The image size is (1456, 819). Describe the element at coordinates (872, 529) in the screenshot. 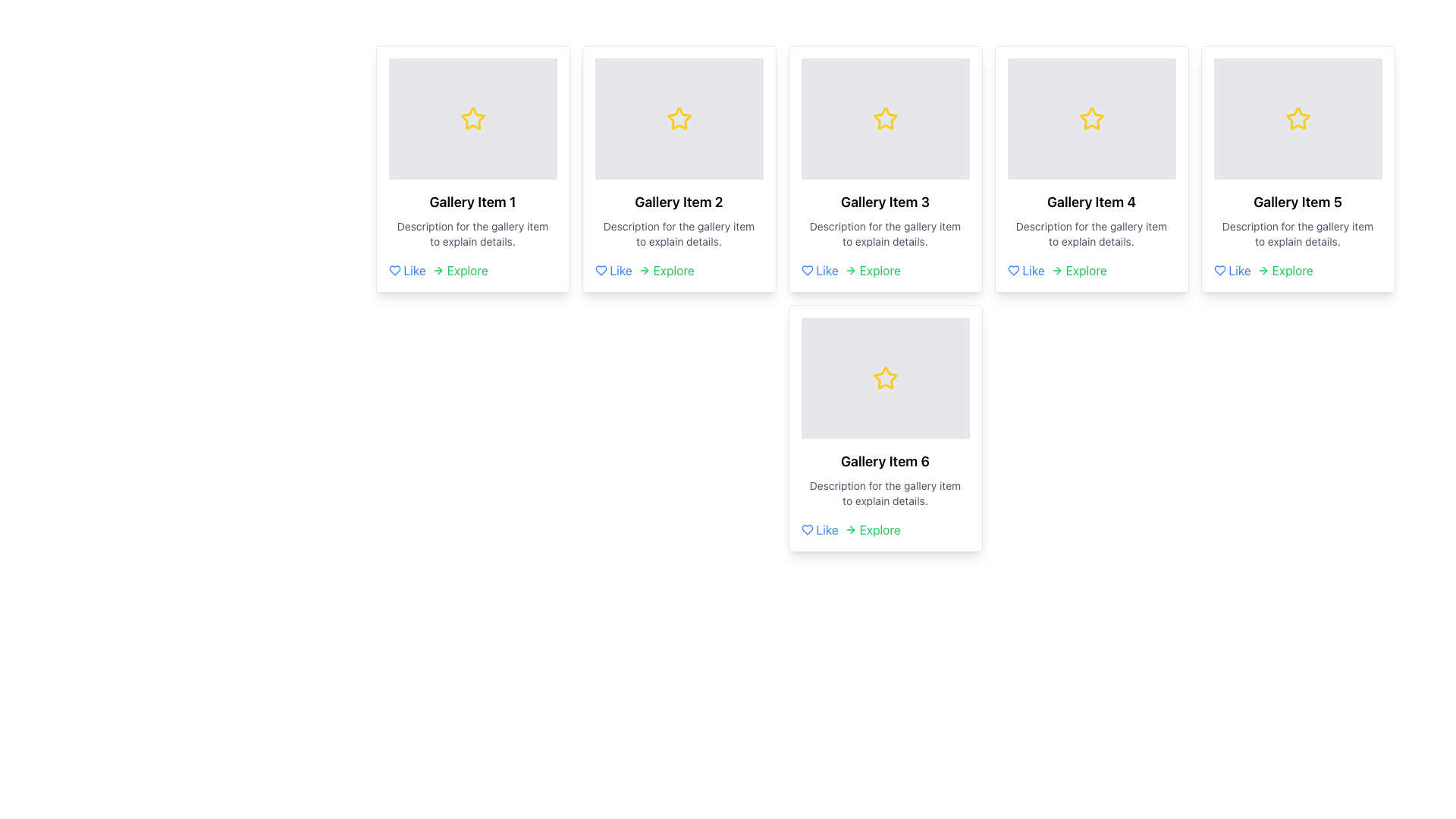

I see `the green interactive text link labeled 'Explore' with an arrow icon, located in the bottom right corner of the 'Gallery Item 6' card` at that location.